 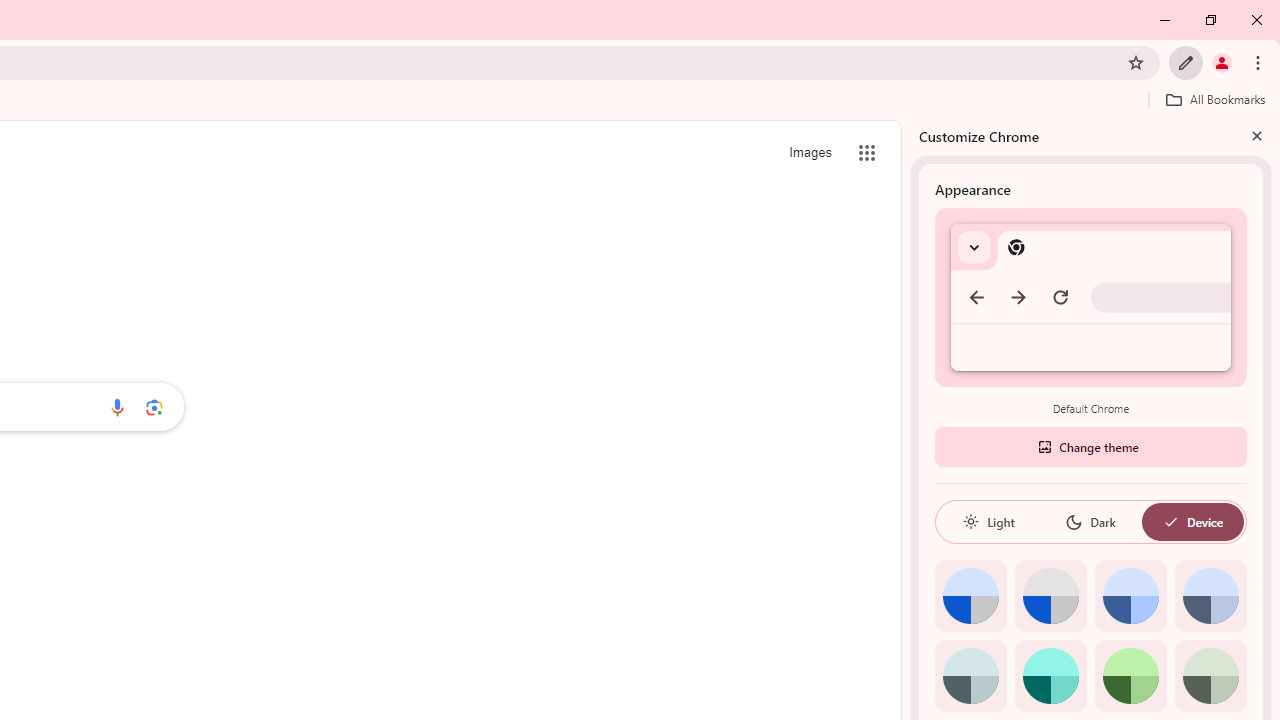 What do you see at coordinates (1209, 675) in the screenshot?
I see `'Viridian'` at bounding box center [1209, 675].